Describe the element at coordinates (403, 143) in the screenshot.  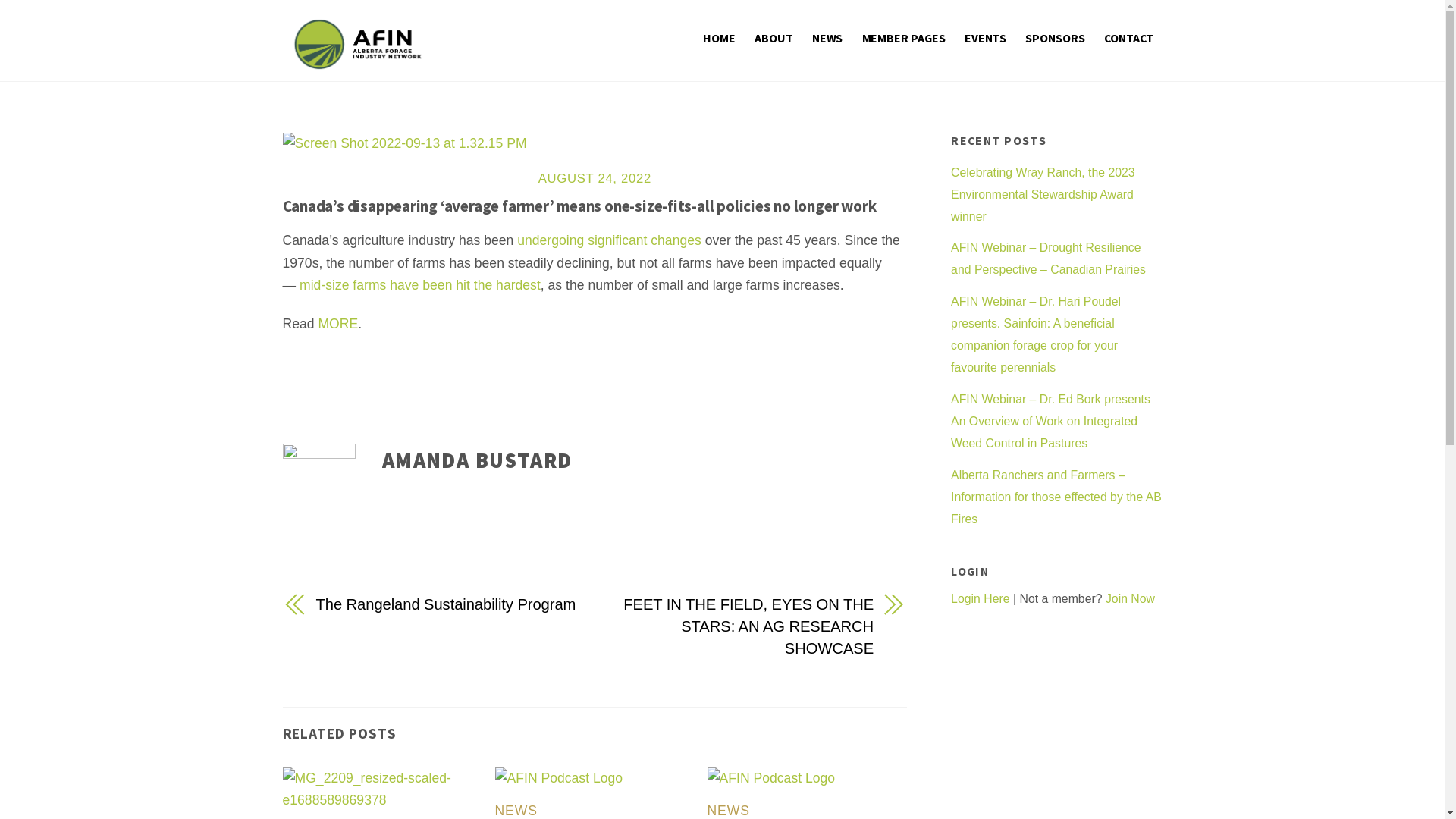
I see `'Screen Shot 2022-09-13 at 1.32.15 PM'` at that location.